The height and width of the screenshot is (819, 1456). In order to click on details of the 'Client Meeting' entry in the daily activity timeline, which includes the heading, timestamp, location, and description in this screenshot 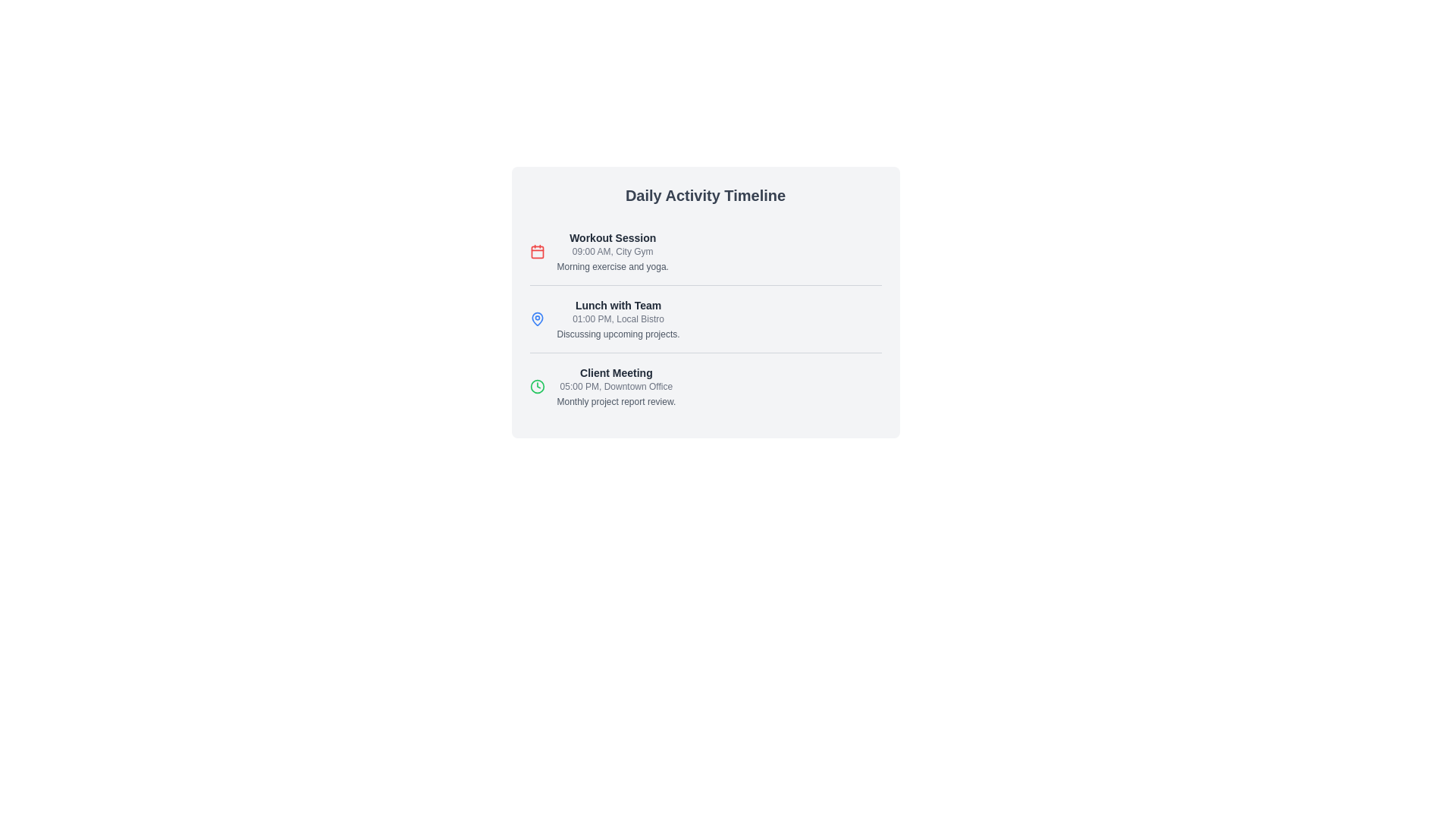, I will do `click(616, 385)`.